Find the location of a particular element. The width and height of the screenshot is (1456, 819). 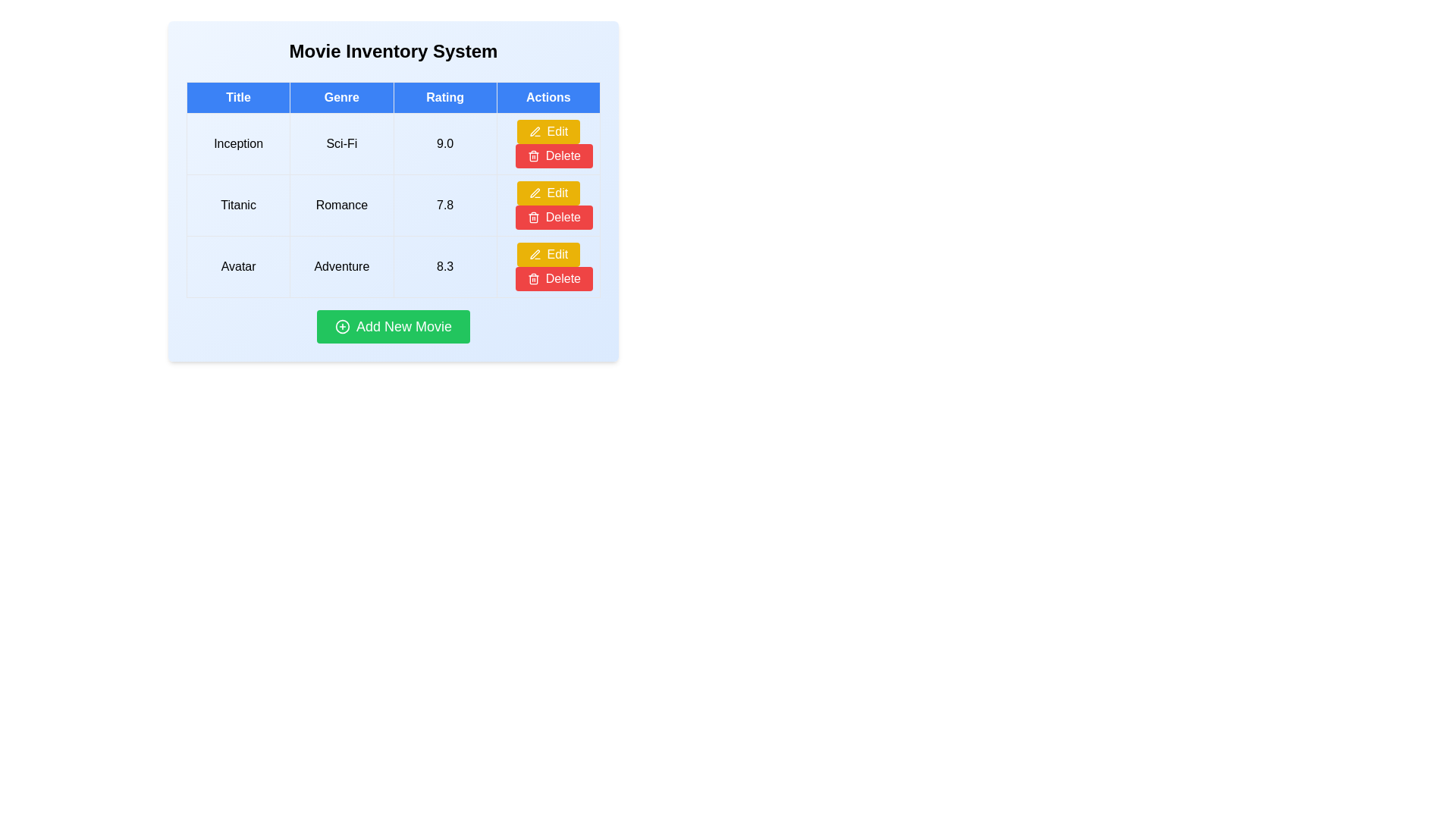

the text label displaying 'Inception' located in the top left cell under the 'Title' column in the data table is located at coordinates (237, 143).